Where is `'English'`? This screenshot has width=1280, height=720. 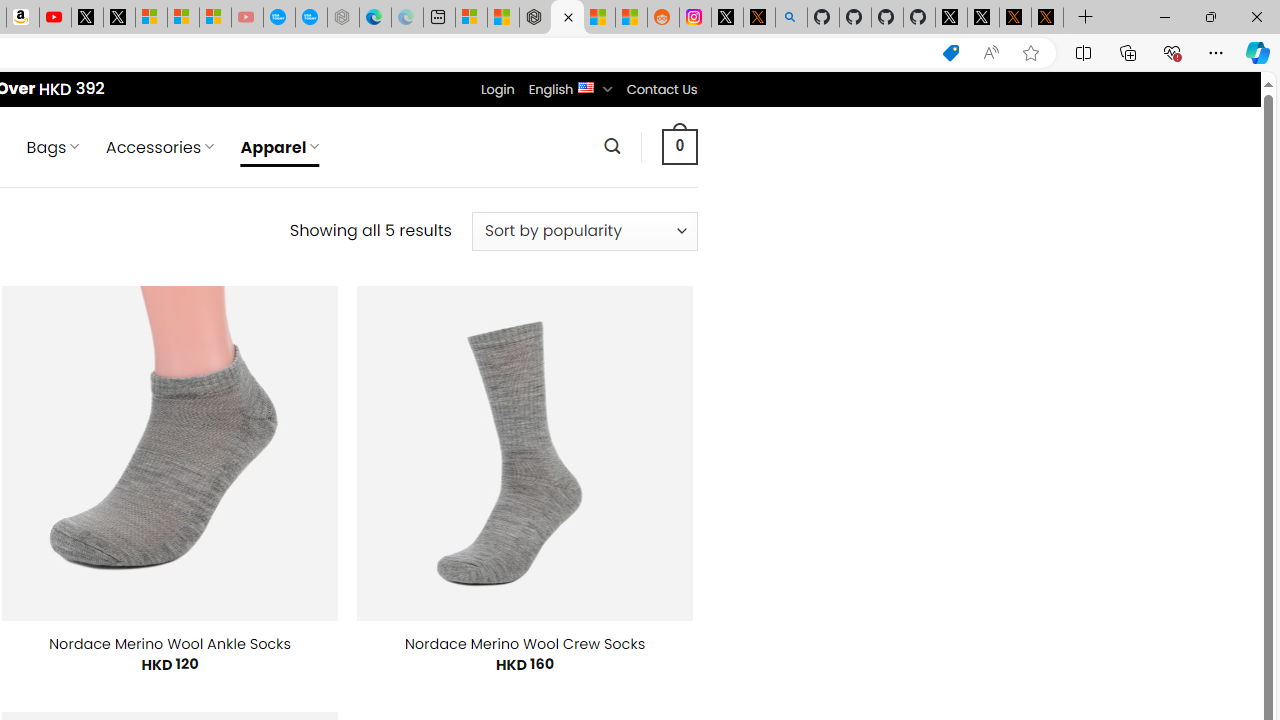 'English' is located at coordinates (585, 85).